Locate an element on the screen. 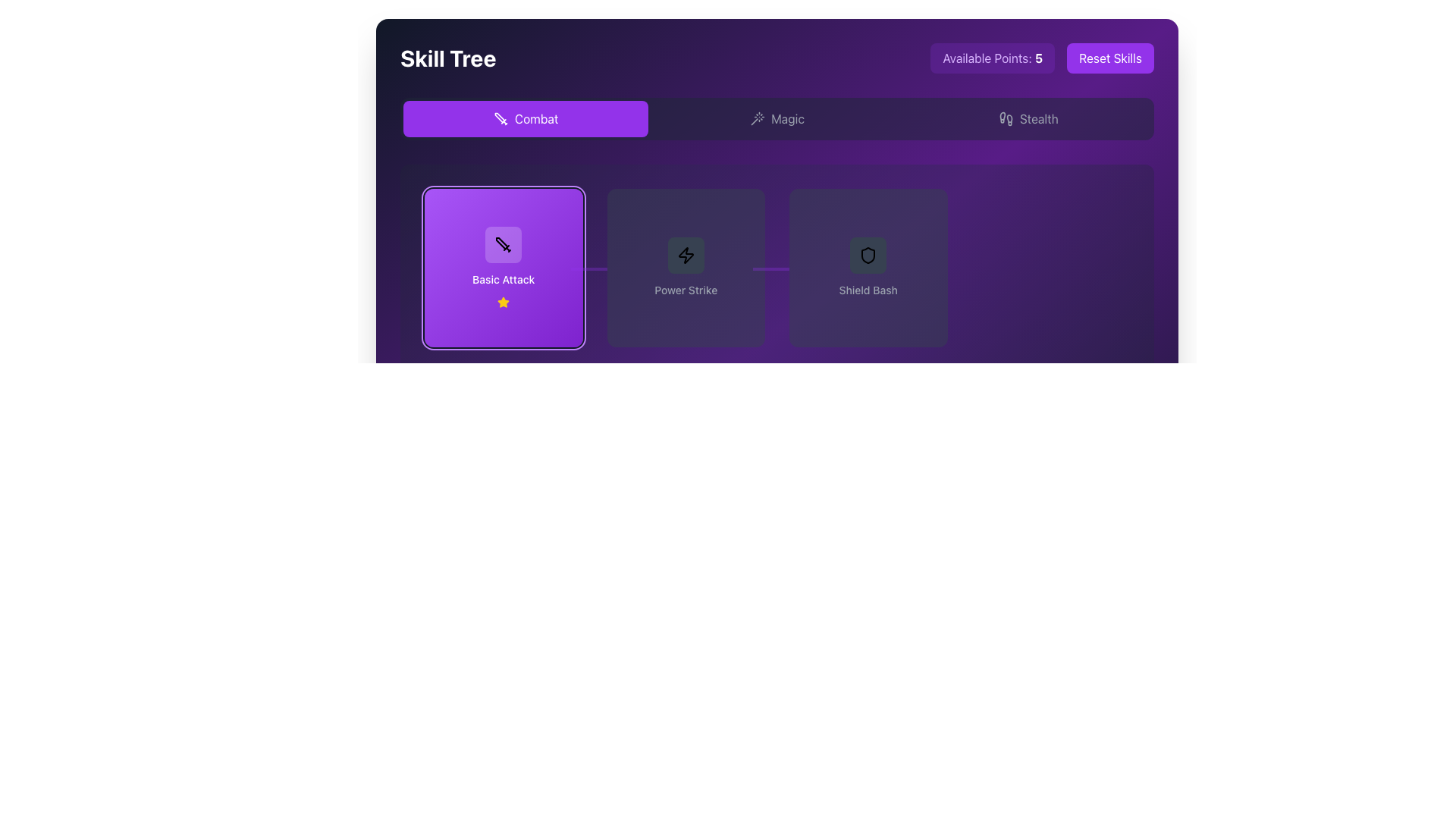 The height and width of the screenshot is (819, 1456). the Connector line that visually connects the 'Power Strike' and 'Shield Bash' buttons in the skill tree layout is located at coordinates (771, 268).